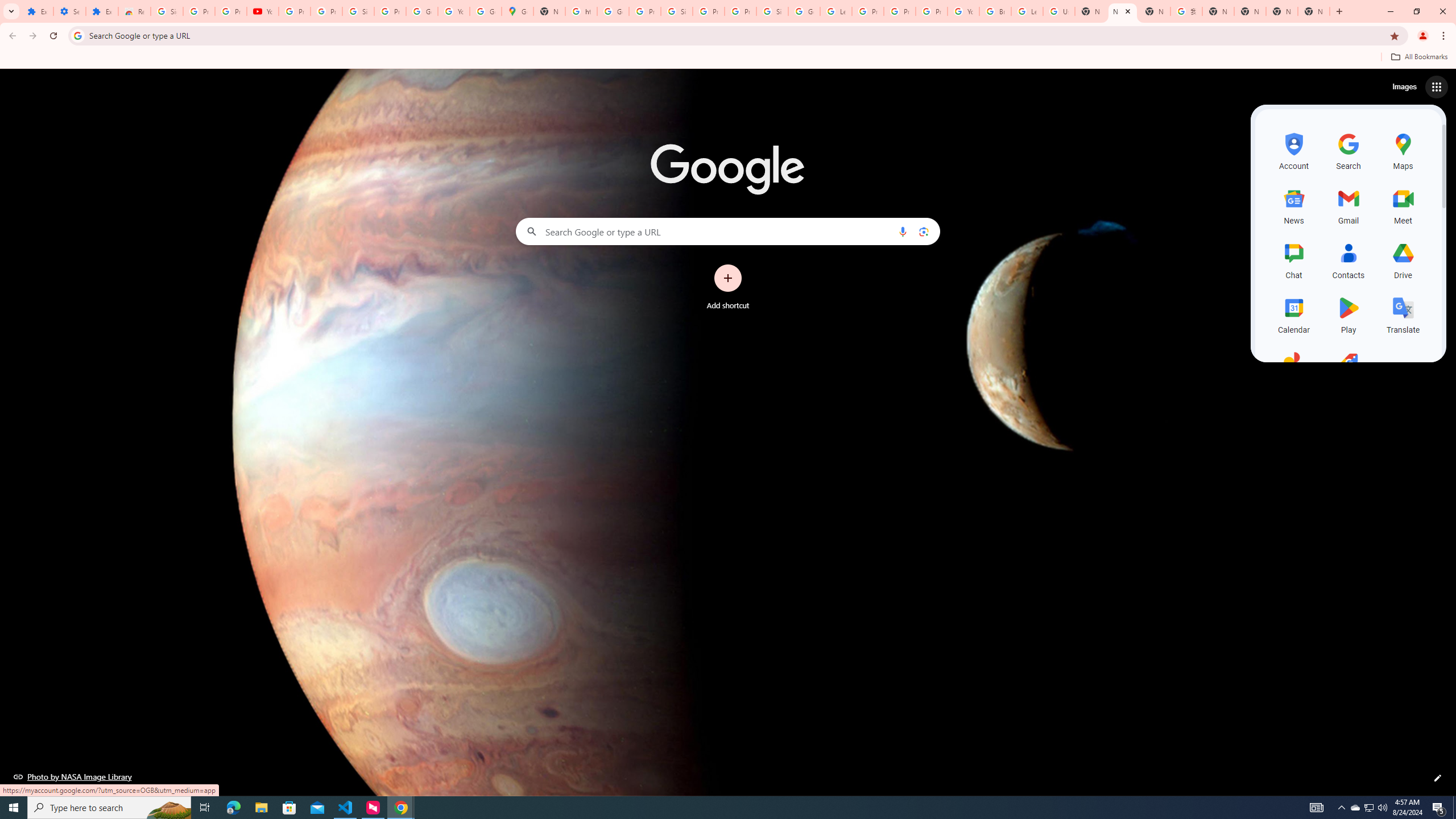 Image resolution: width=1456 pixels, height=819 pixels. What do you see at coordinates (453, 11) in the screenshot?
I see `'YouTube'` at bounding box center [453, 11].